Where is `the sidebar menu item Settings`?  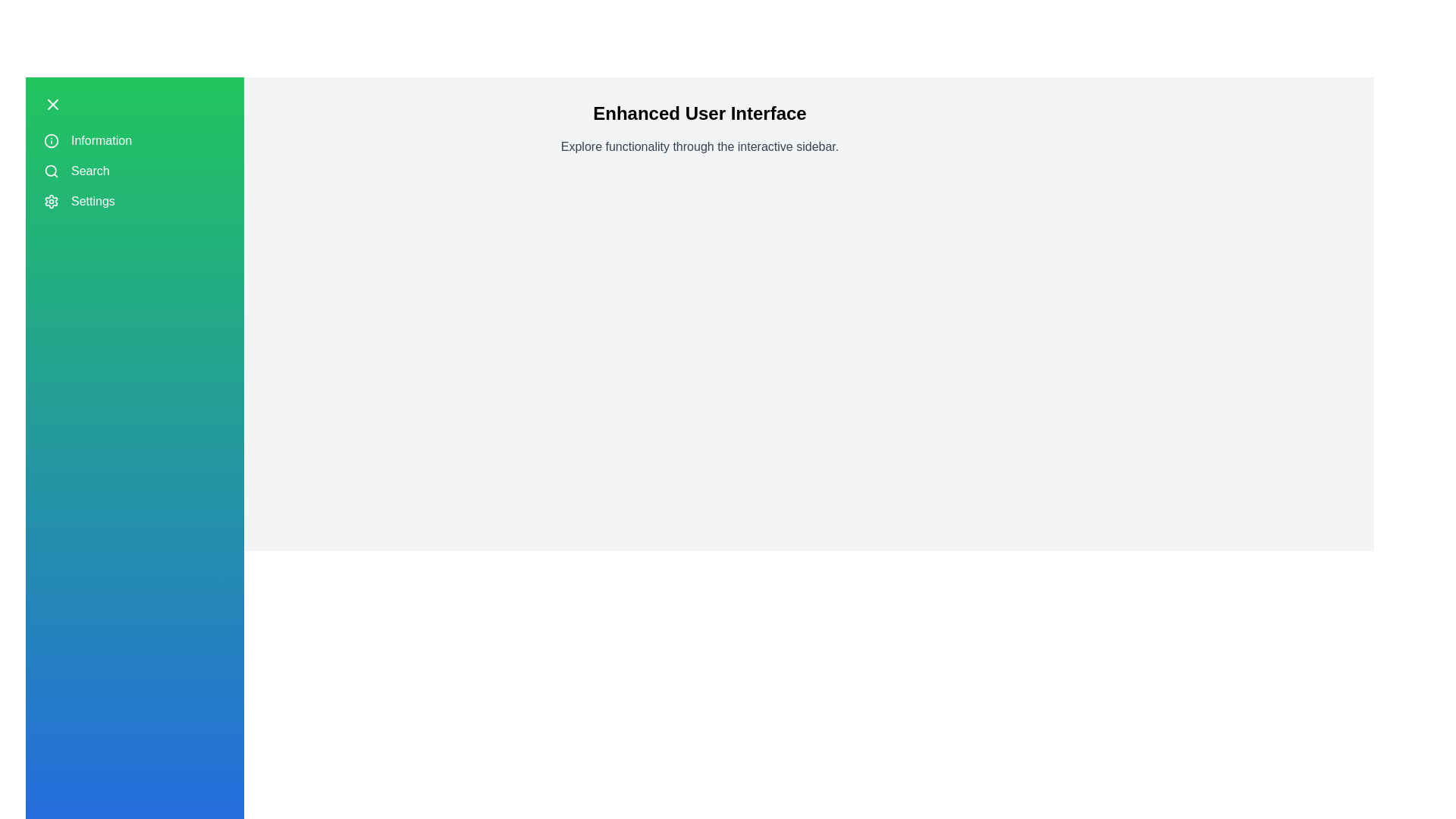 the sidebar menu item Settings is located at coordinates (134, 201).